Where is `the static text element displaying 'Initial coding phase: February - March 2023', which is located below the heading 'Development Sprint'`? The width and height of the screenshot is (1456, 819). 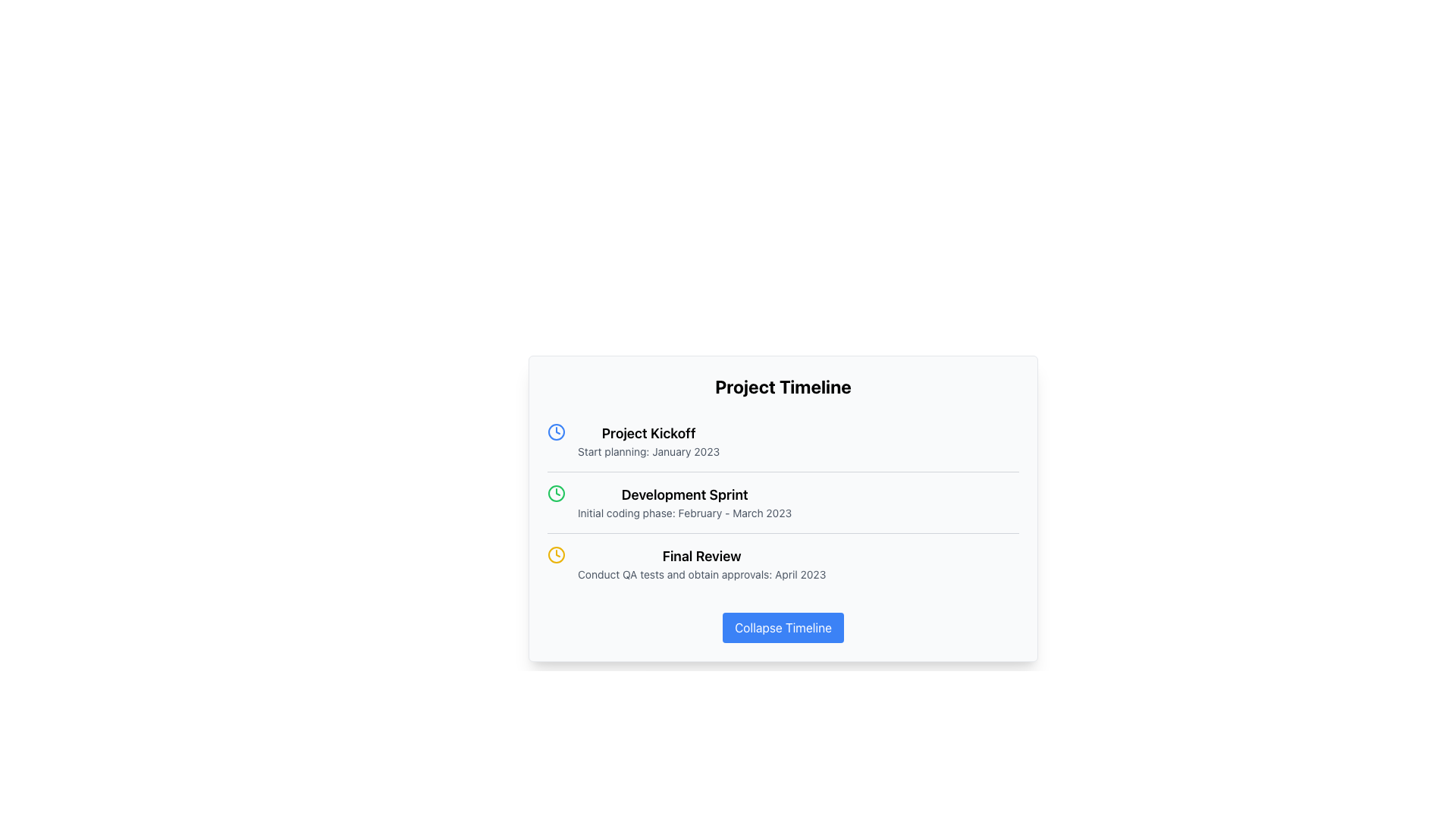 the static text element displaying 'Initial coding phase: February - March 2023', which is located below the heading 'Development Sprint' is located at coordinates (684, 513).